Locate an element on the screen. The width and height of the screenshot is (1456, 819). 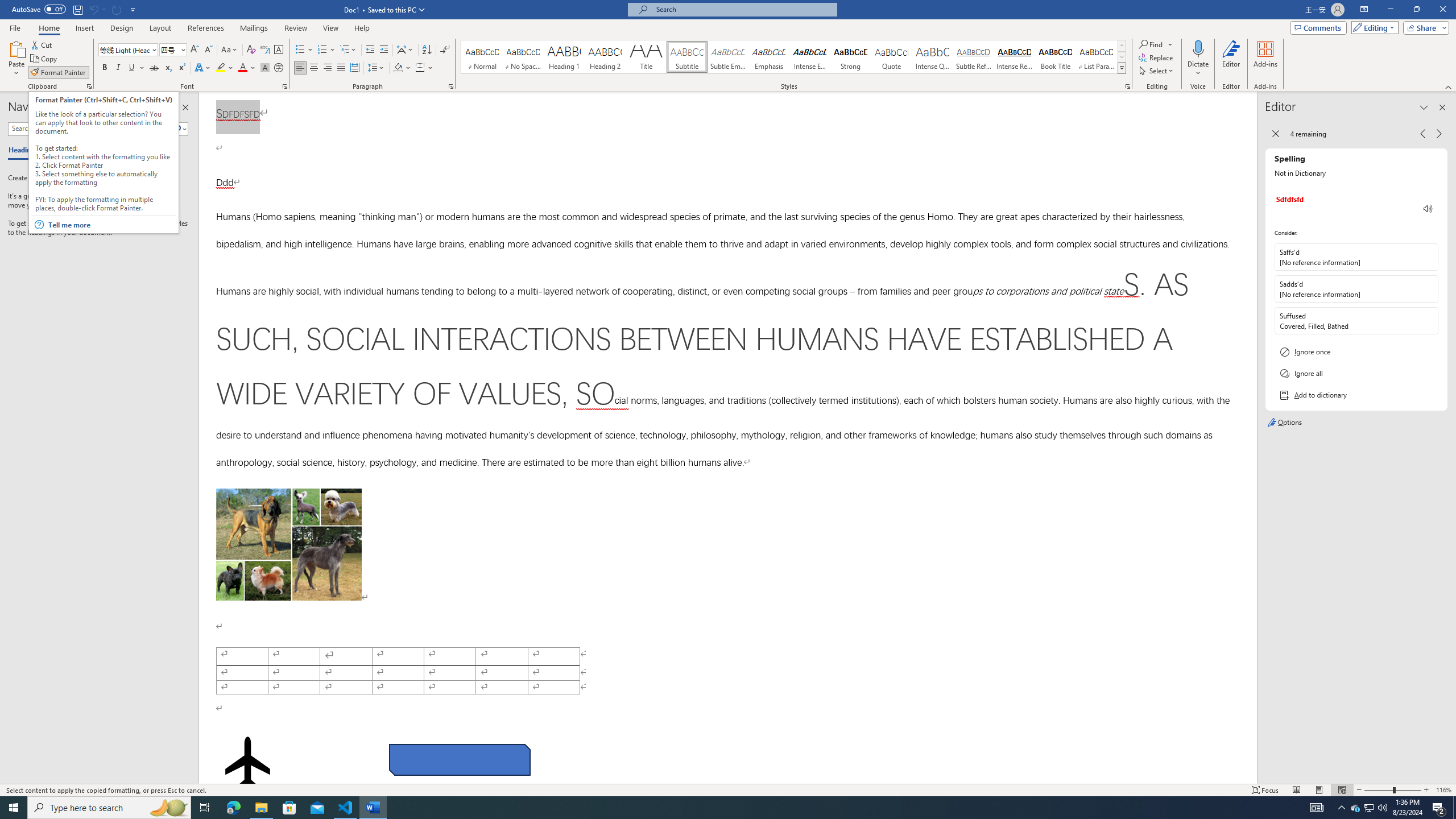
'Underline' is located at coordinates (136, 67).